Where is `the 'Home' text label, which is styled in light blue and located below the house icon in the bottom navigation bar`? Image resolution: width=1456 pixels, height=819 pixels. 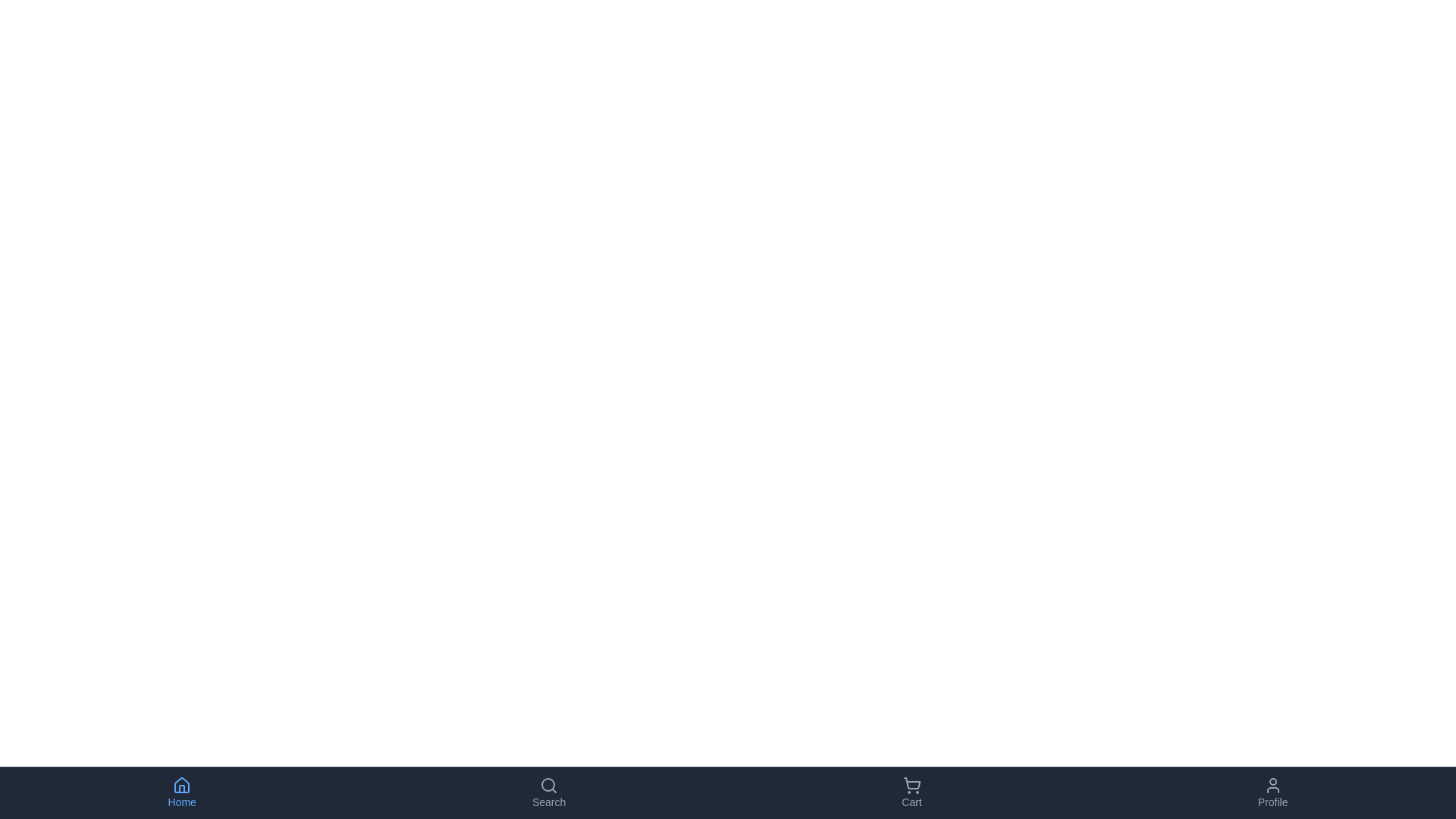 the 'Home' text label, which is styled in light blue and located below the house icon in the bottom navigation bar is located at coordinates (182, 801).